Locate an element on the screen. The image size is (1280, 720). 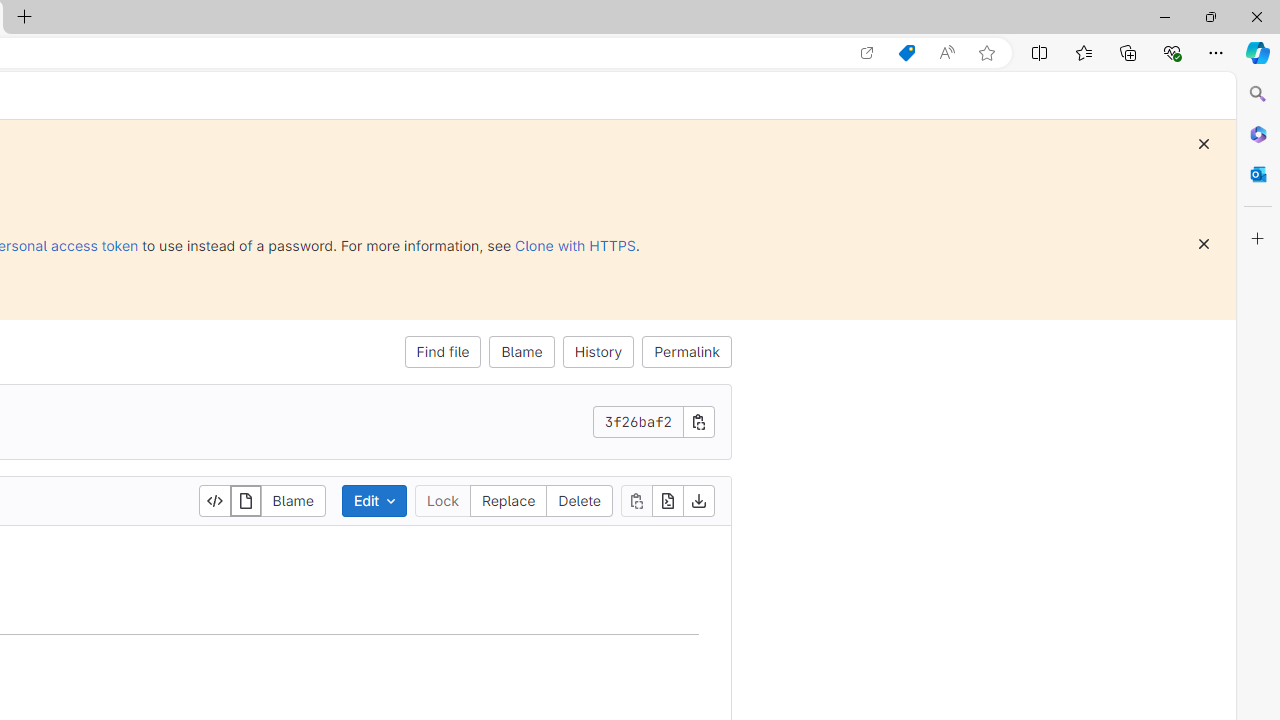
'Delete' is located at coordinates (578, 500).